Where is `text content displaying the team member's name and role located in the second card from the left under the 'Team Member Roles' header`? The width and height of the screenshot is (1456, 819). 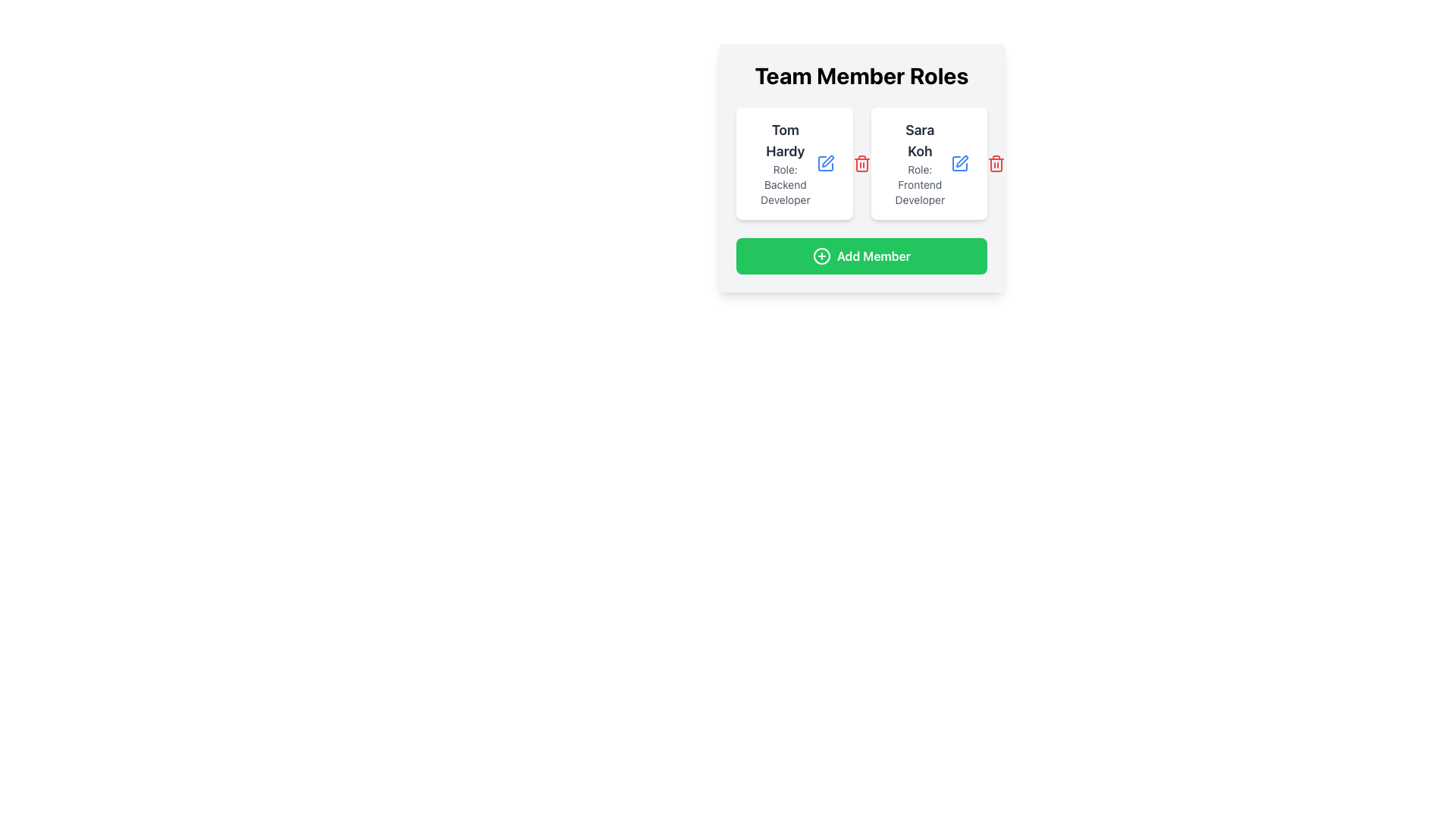 text content displaying the team member's name and role located in the second card from the left under the 'Team Member Roles' header is located at coordinates (919, 164).